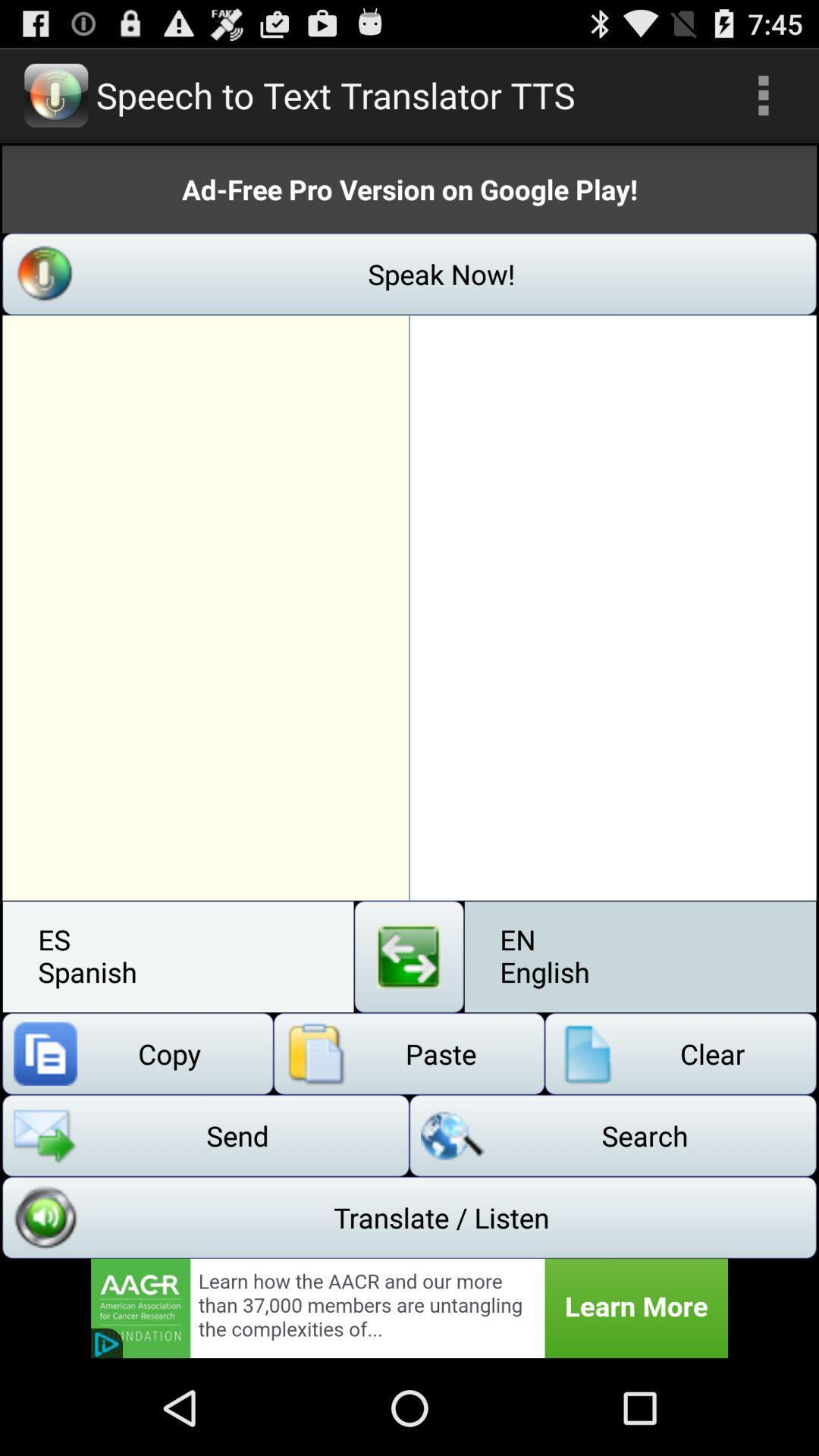 Image resolution: width=819 pixels, height=1456 pixels. I want to click on swap languages, so click(408, 955).